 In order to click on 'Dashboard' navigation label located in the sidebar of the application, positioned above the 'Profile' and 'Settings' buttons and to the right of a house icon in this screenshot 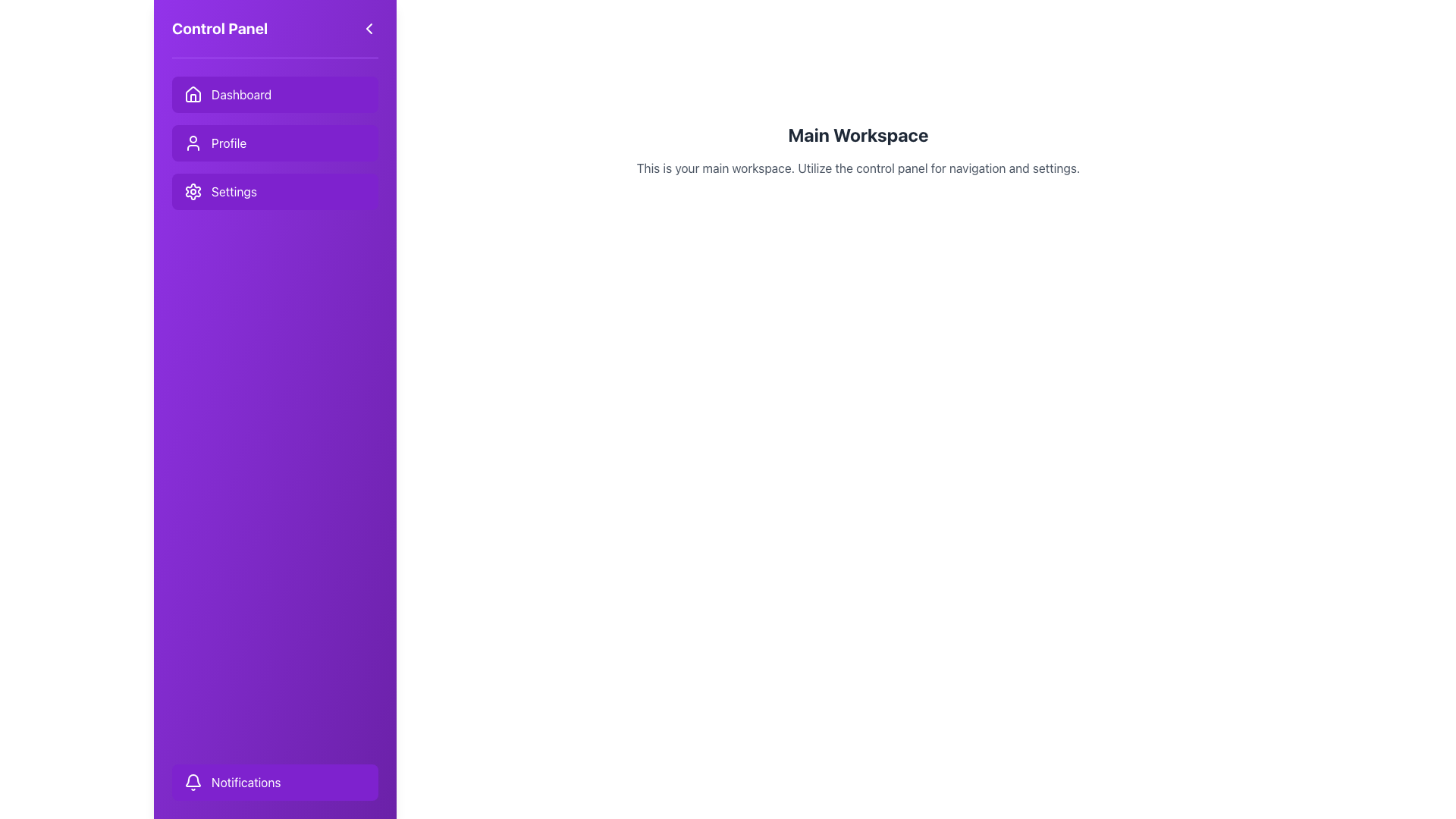, I will do `click(240, 94)`.